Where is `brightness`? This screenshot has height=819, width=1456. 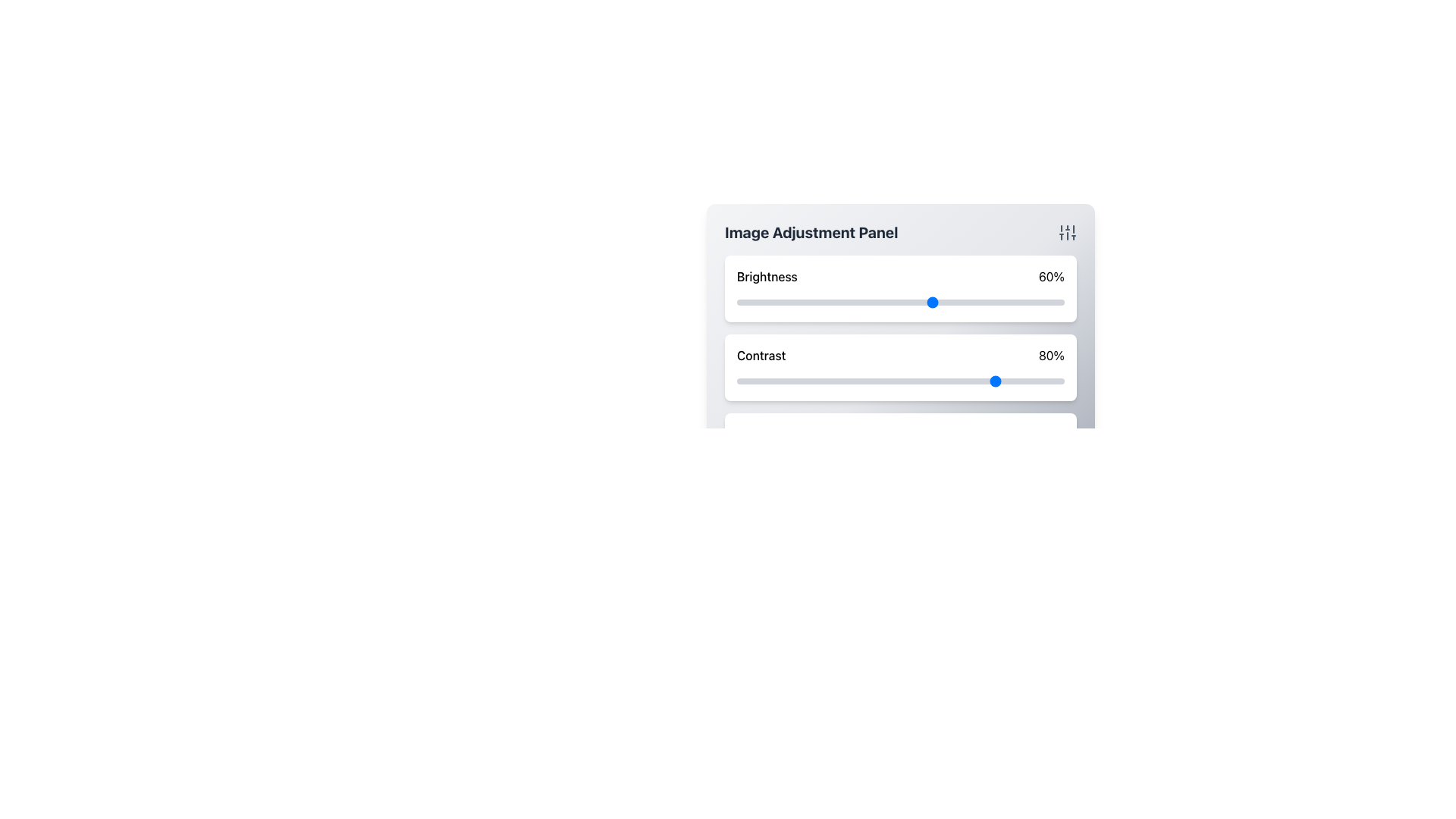
brightness is located at coordinates (818, 302).